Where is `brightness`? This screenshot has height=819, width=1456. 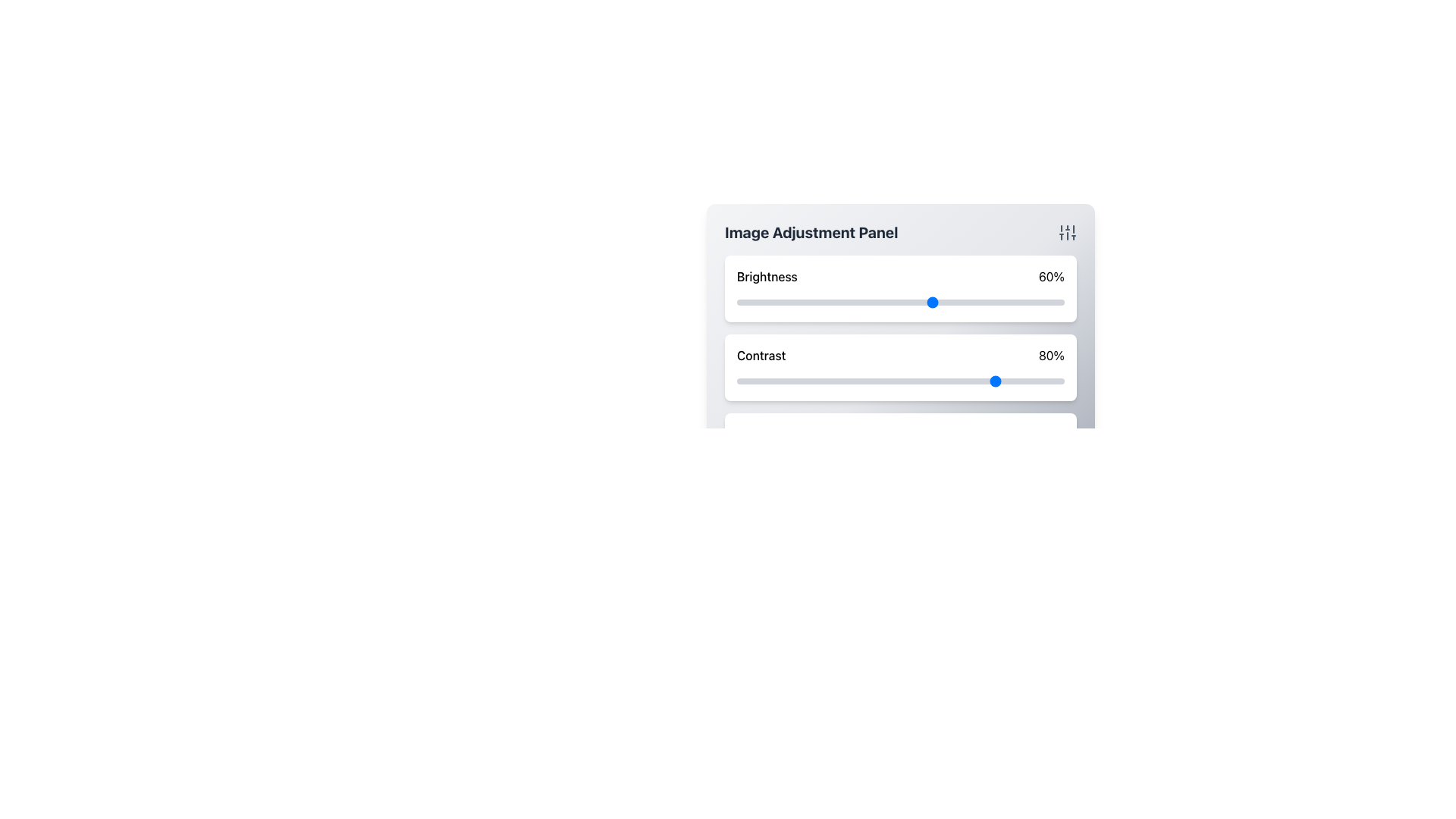
brightness is located at coordinates (818, 302).